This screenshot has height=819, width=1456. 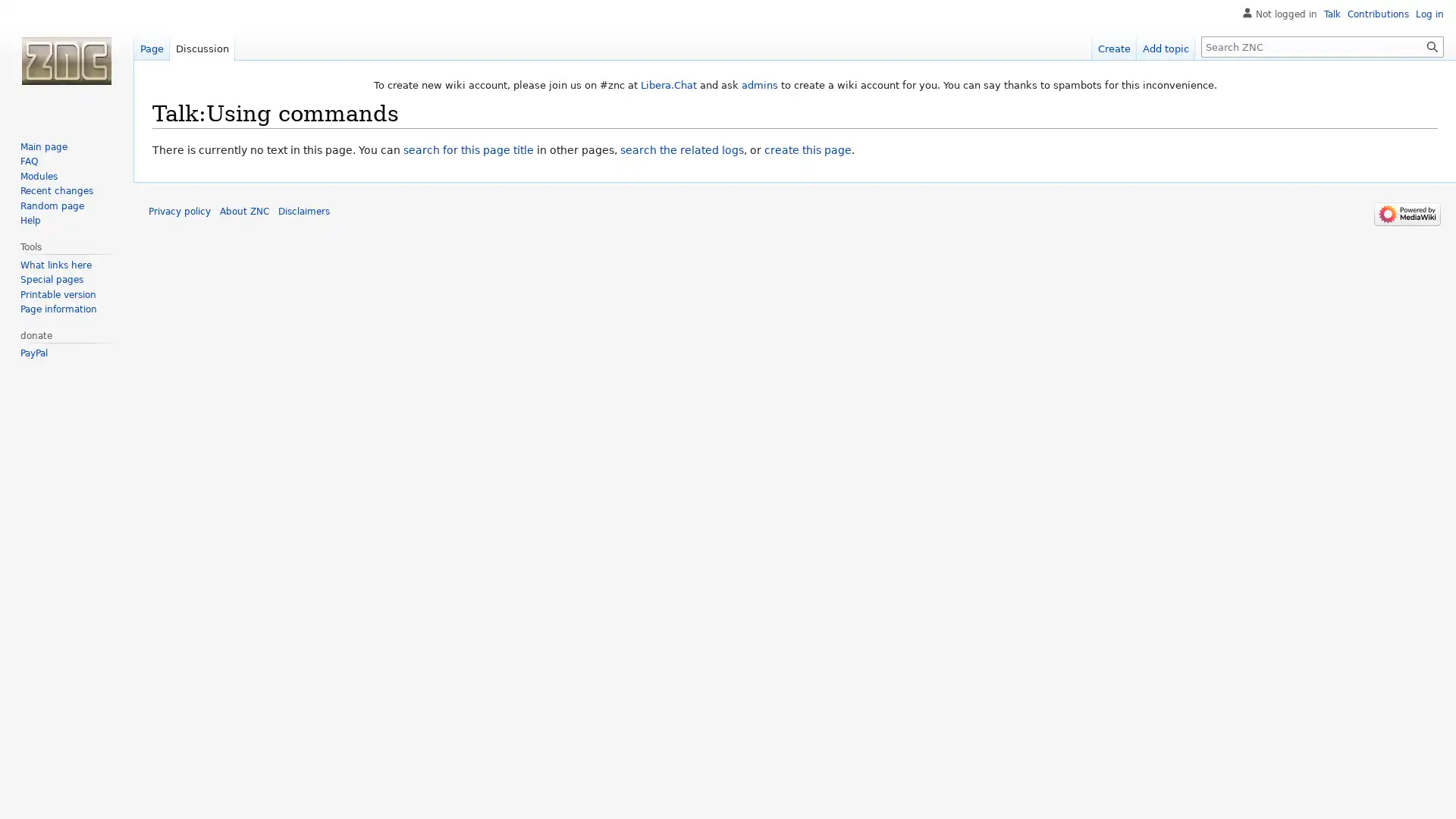 I want to click on Go, so click(x=1432, y=45).